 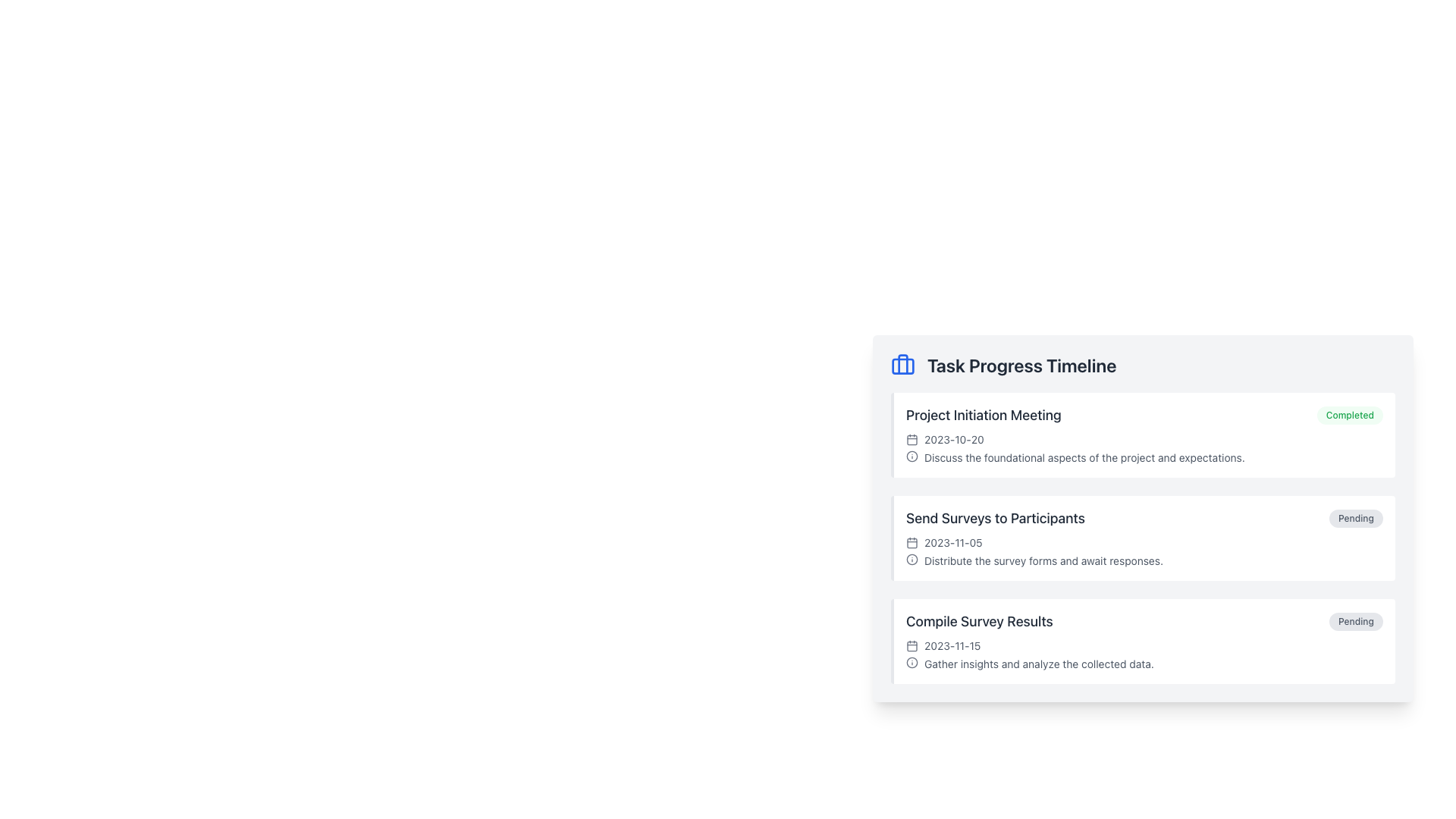 What do you see at coordinates (1356, 622) in the screenshot?
I see `the status indicator label in the lower-right section of the 'Compile Survey Results' task entry to interact or view more details if enabled` at bounding box center [1356, 622].